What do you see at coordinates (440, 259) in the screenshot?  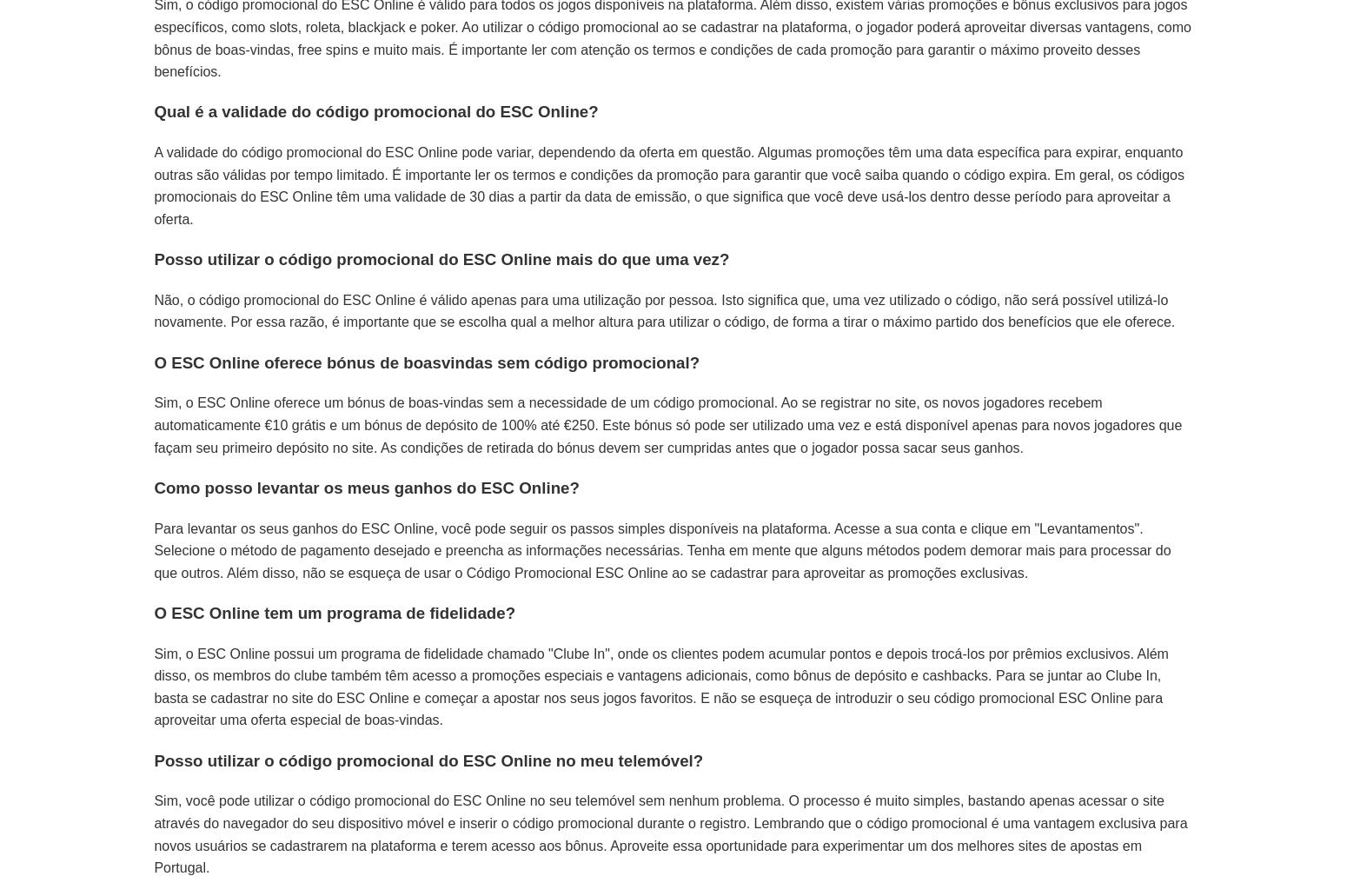 I see `'Posso utilizar o código promocional do ESC Online mais do que uma vez?'` at bounding box center [440, 259].